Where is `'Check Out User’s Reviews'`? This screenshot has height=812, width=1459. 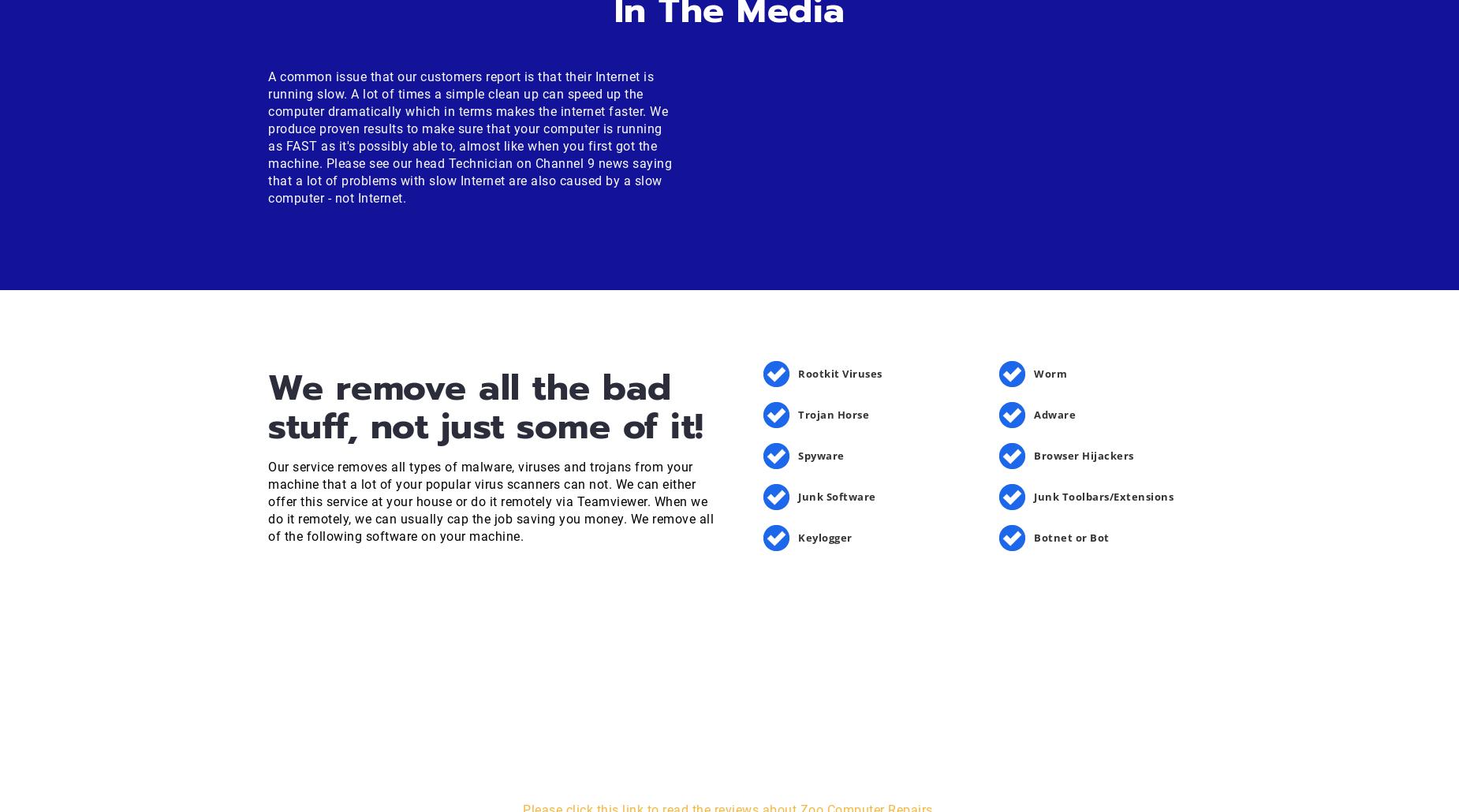
'Check Out User’s Reviews' is located at coordinates (496, 721).